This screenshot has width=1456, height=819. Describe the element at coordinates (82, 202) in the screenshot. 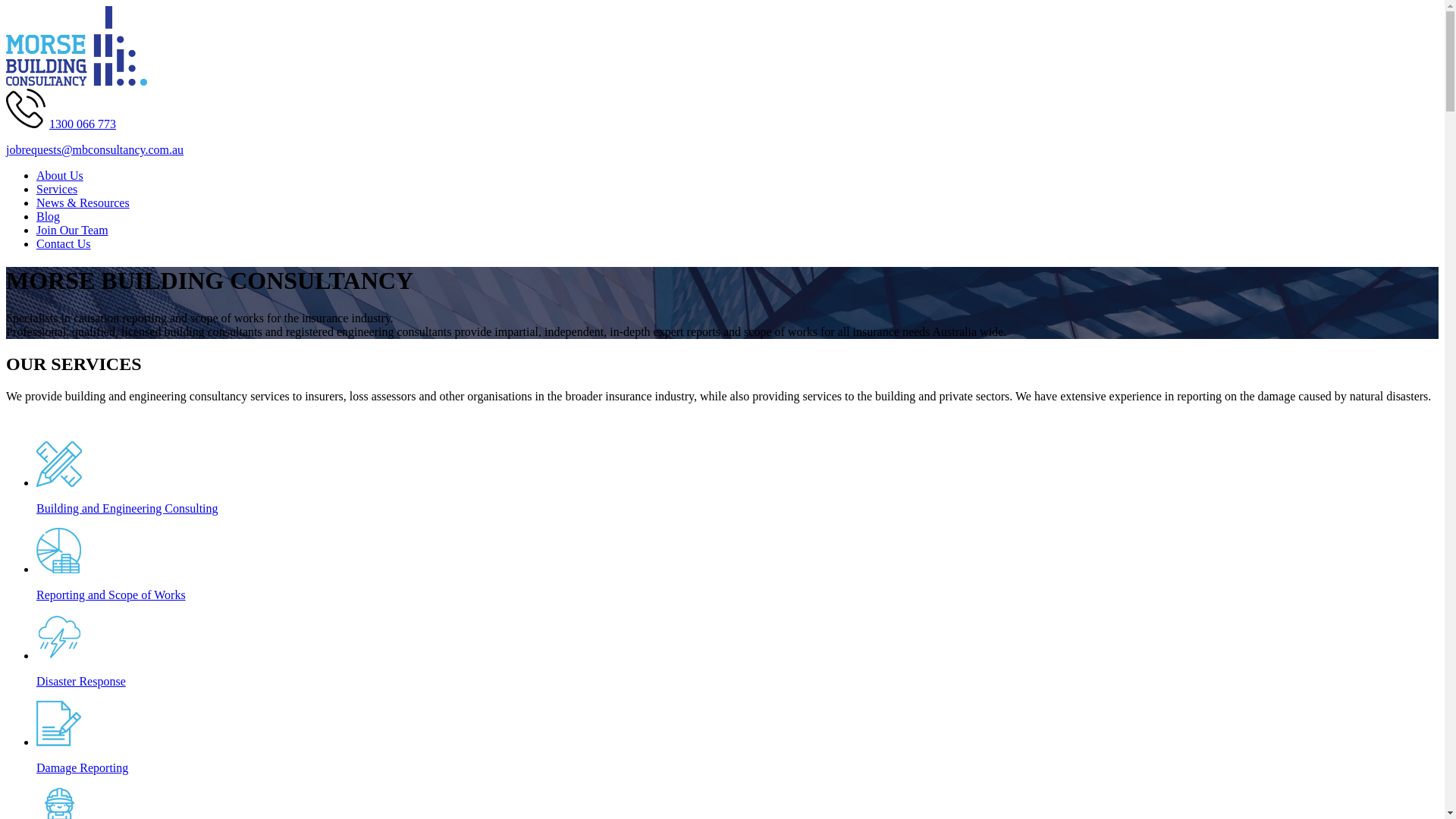

I see `'News & Resources'` at that location.